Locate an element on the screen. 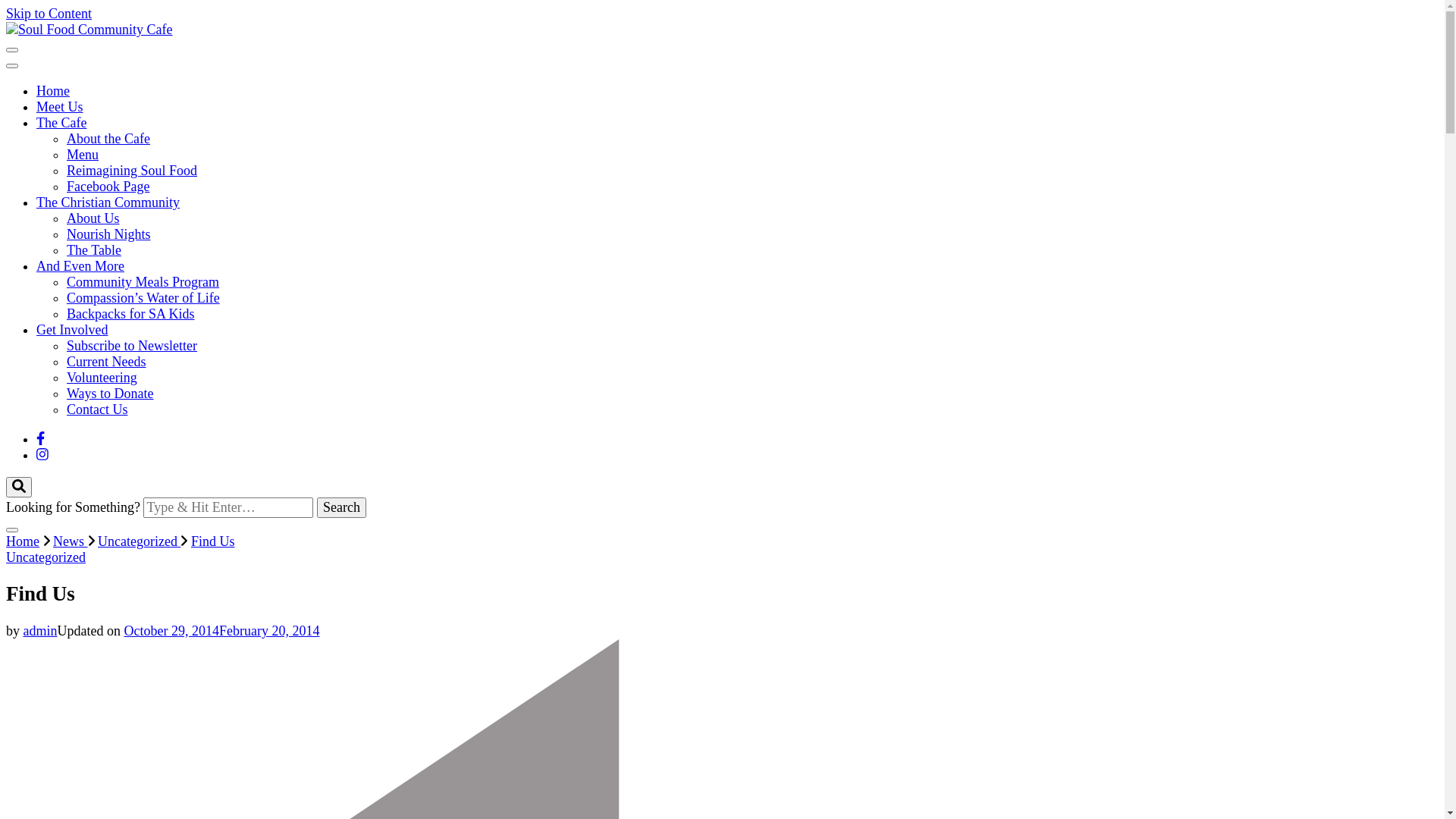 This screenshot has width=1456, height=819. 'October 29, 2014February 20, 2014' is located at coordinates (221, 631).